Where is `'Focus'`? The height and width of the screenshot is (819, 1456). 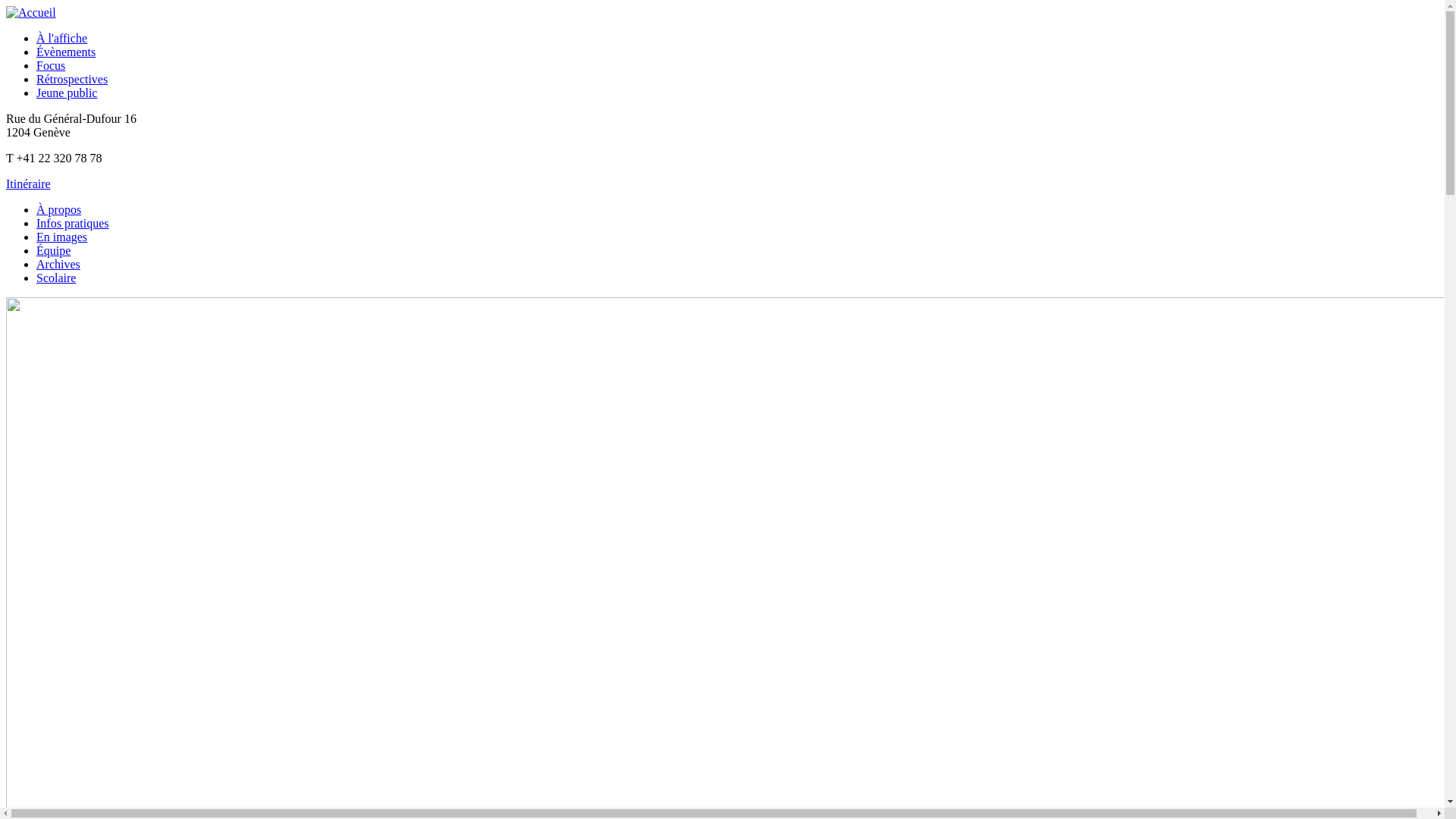
'Focus' is located at coordinates (36, 64).